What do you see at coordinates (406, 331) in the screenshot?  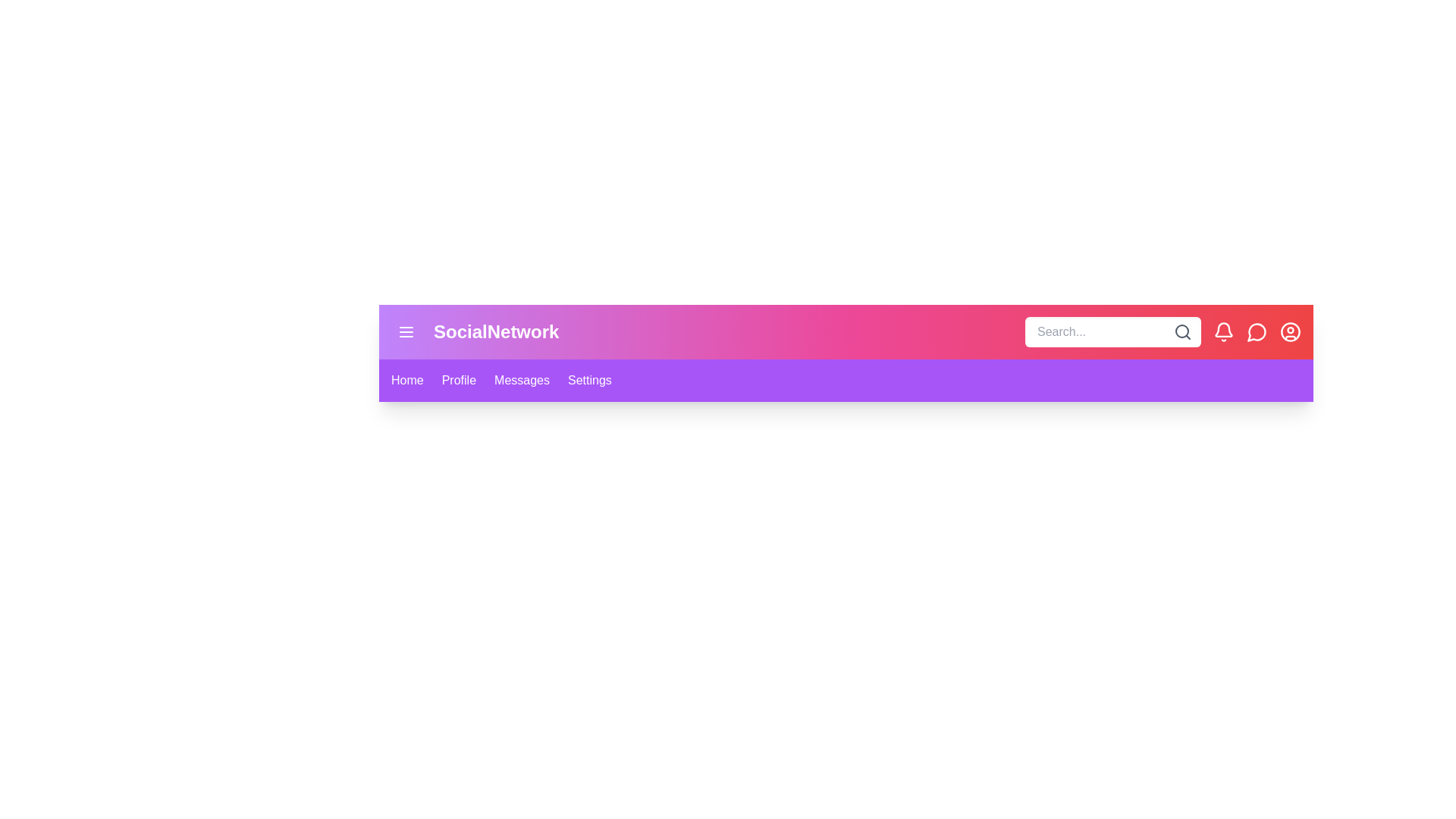 I see `the icons: menu` at bounding box center [406, 331].